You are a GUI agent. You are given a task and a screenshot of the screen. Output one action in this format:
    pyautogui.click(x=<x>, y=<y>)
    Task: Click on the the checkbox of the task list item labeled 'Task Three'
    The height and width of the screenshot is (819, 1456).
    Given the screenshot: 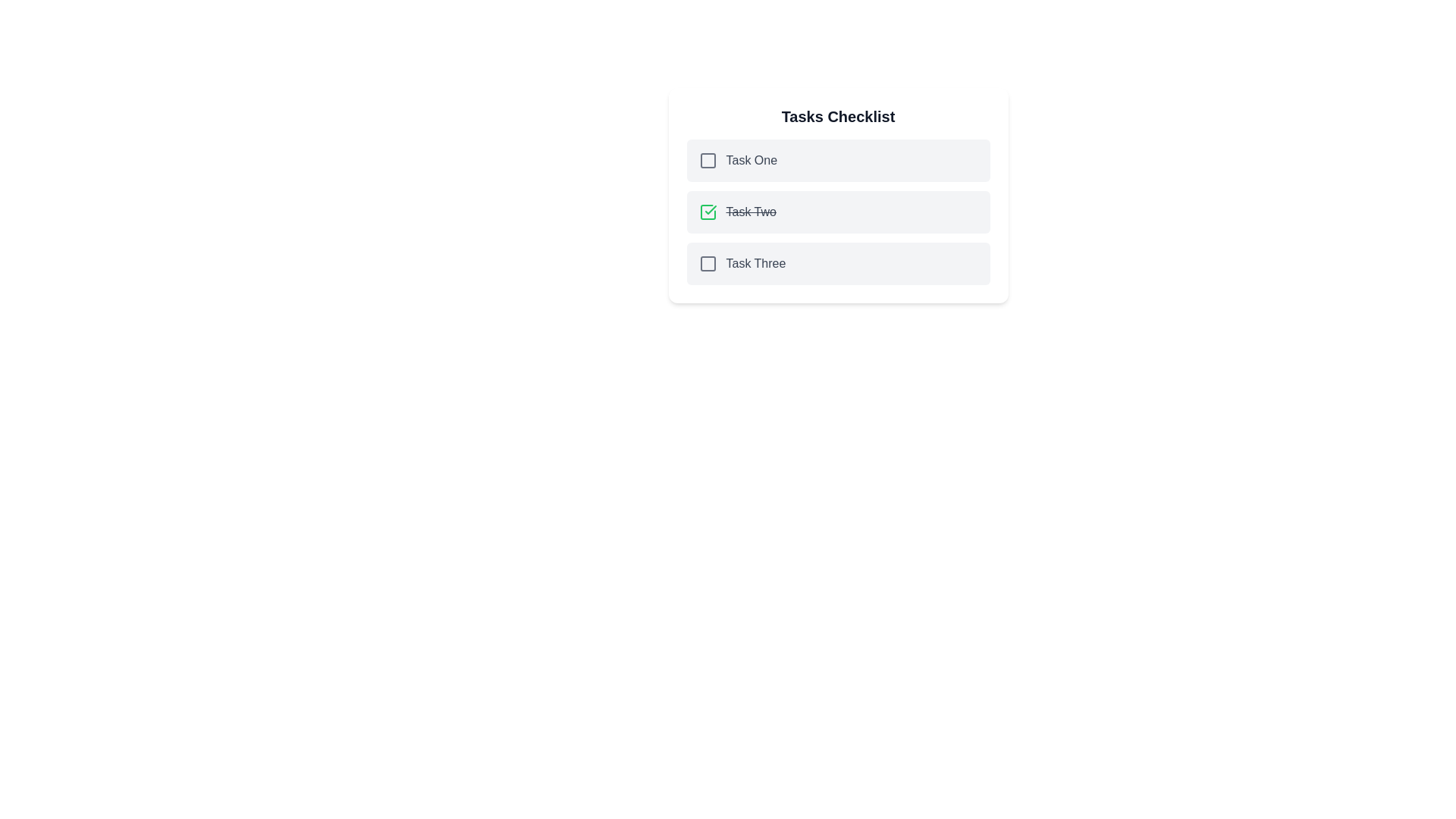 What is the action you would take?
    pyautogui.click(x=837, y=262)
    